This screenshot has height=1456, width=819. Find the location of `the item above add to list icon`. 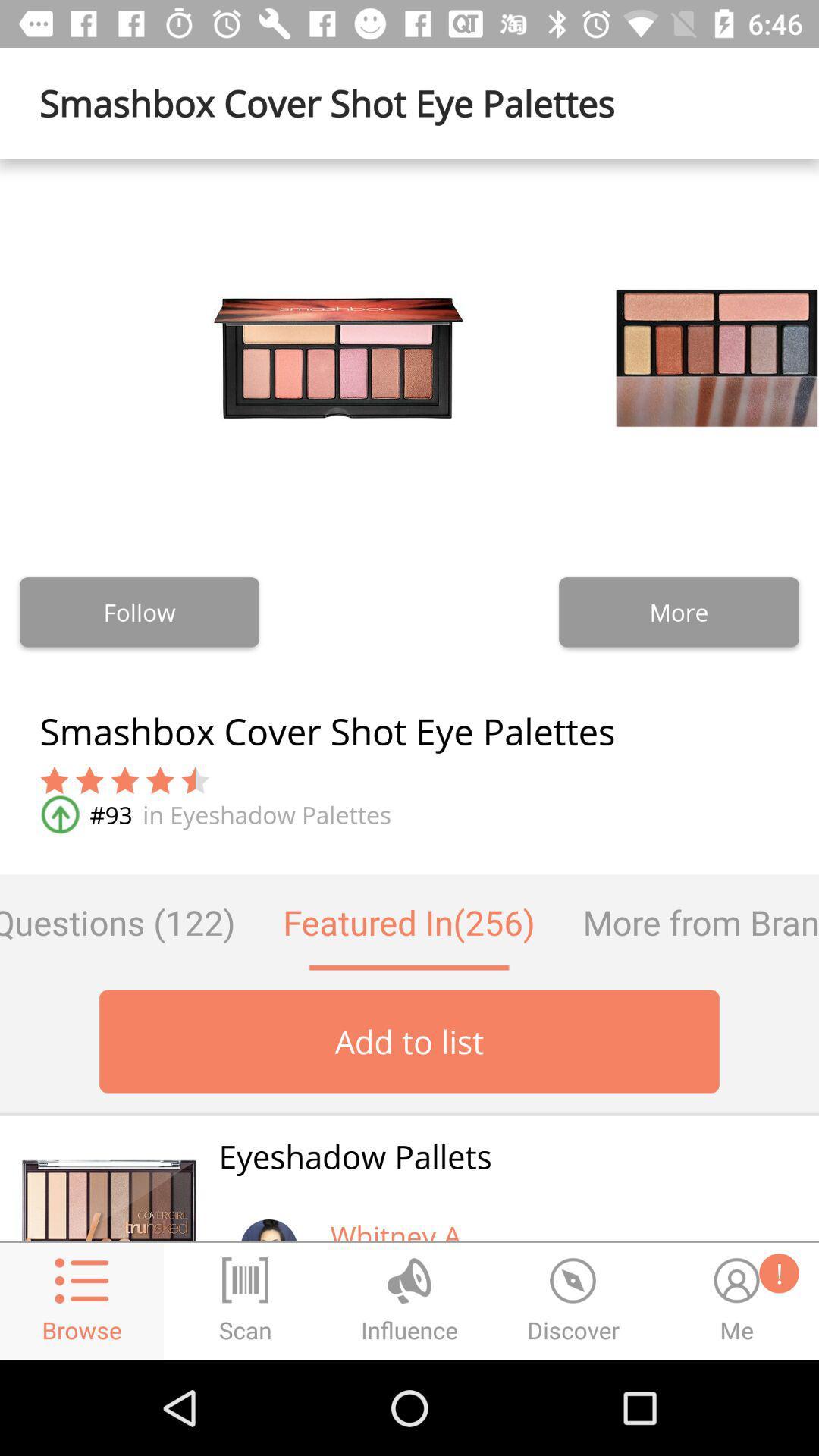

the item above add to list icon is located at coordinates (128, 921).